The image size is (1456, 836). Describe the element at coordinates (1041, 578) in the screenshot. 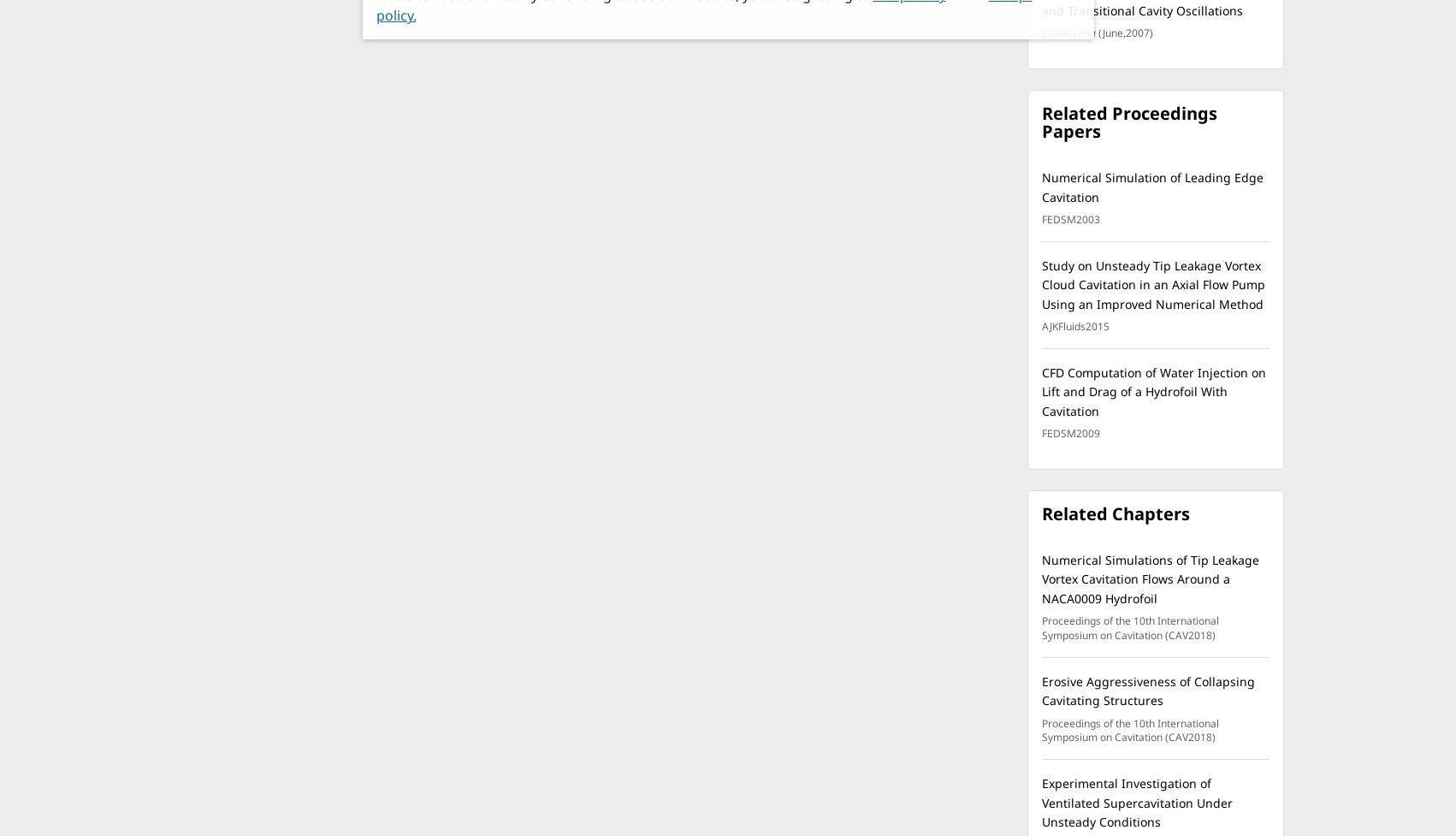

I see `'Numerical Simulations of Tip Leakage Vortex Cavitation Flows Around a NACA0009 Hydrofoil'` at that location.